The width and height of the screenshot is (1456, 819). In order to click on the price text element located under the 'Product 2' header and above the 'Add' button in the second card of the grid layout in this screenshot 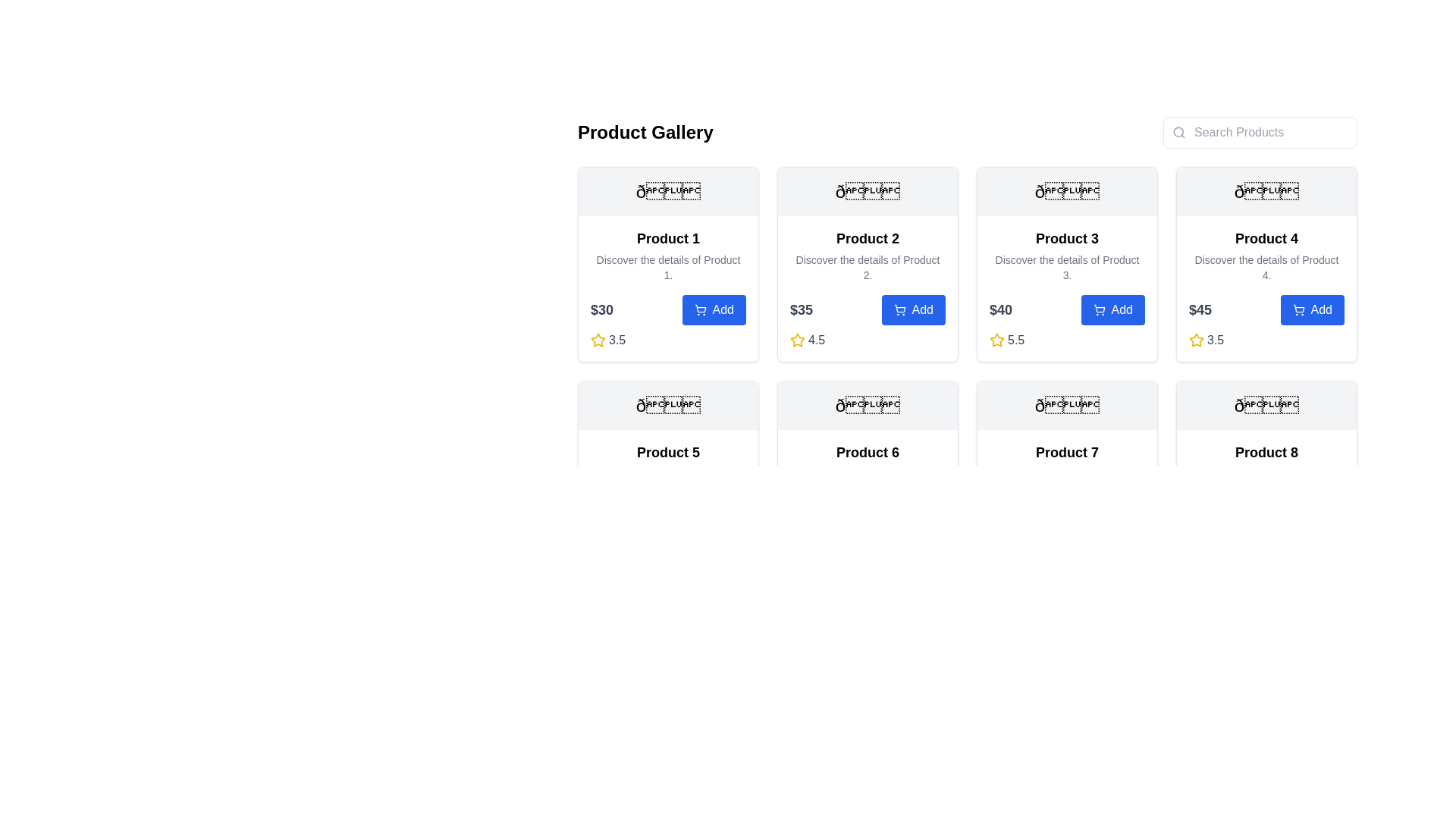, I will do `click(800, 309)`.